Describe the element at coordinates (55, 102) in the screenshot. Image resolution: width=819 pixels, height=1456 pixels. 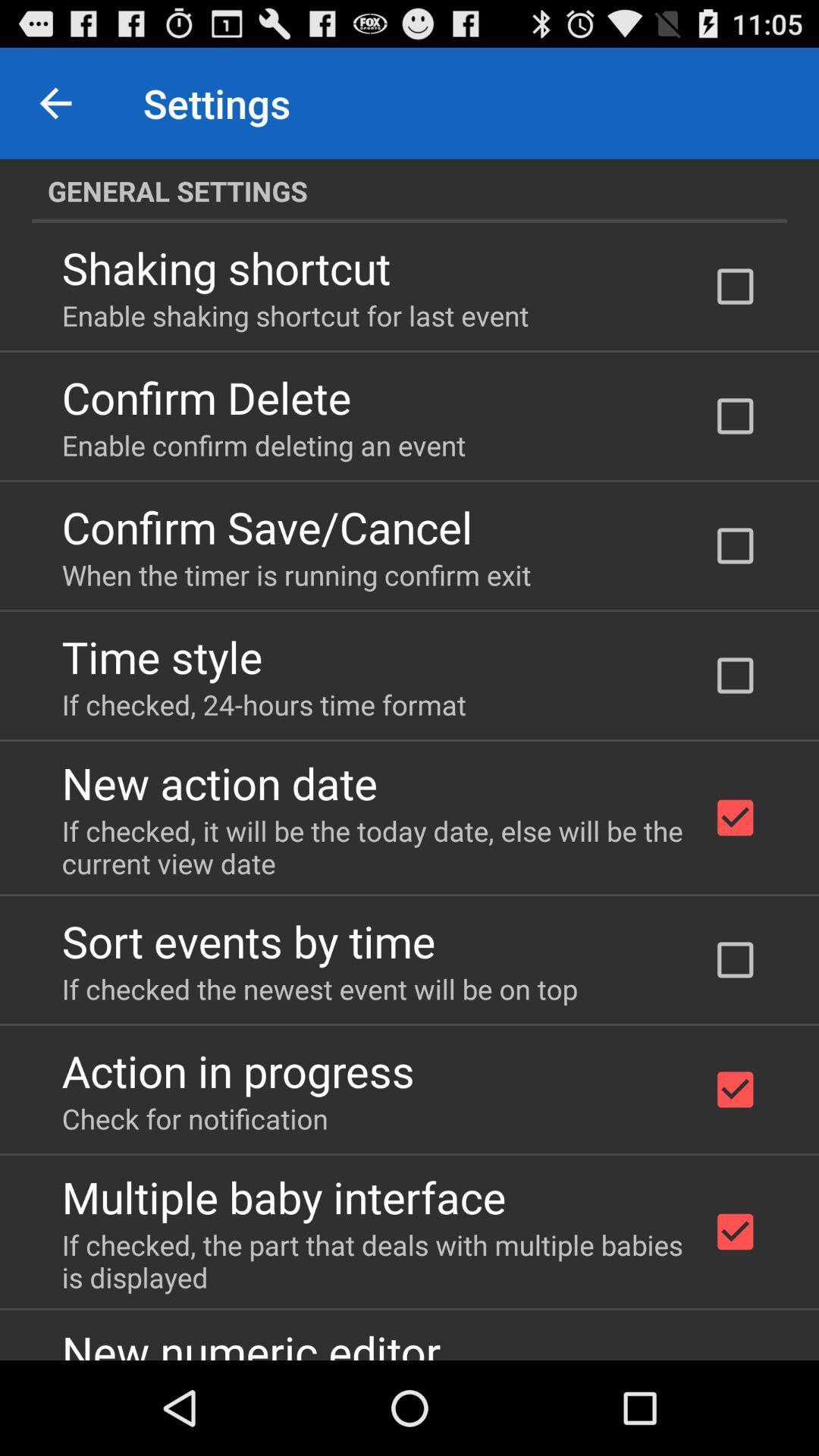
I see `item to the left of the settings item` at that location.